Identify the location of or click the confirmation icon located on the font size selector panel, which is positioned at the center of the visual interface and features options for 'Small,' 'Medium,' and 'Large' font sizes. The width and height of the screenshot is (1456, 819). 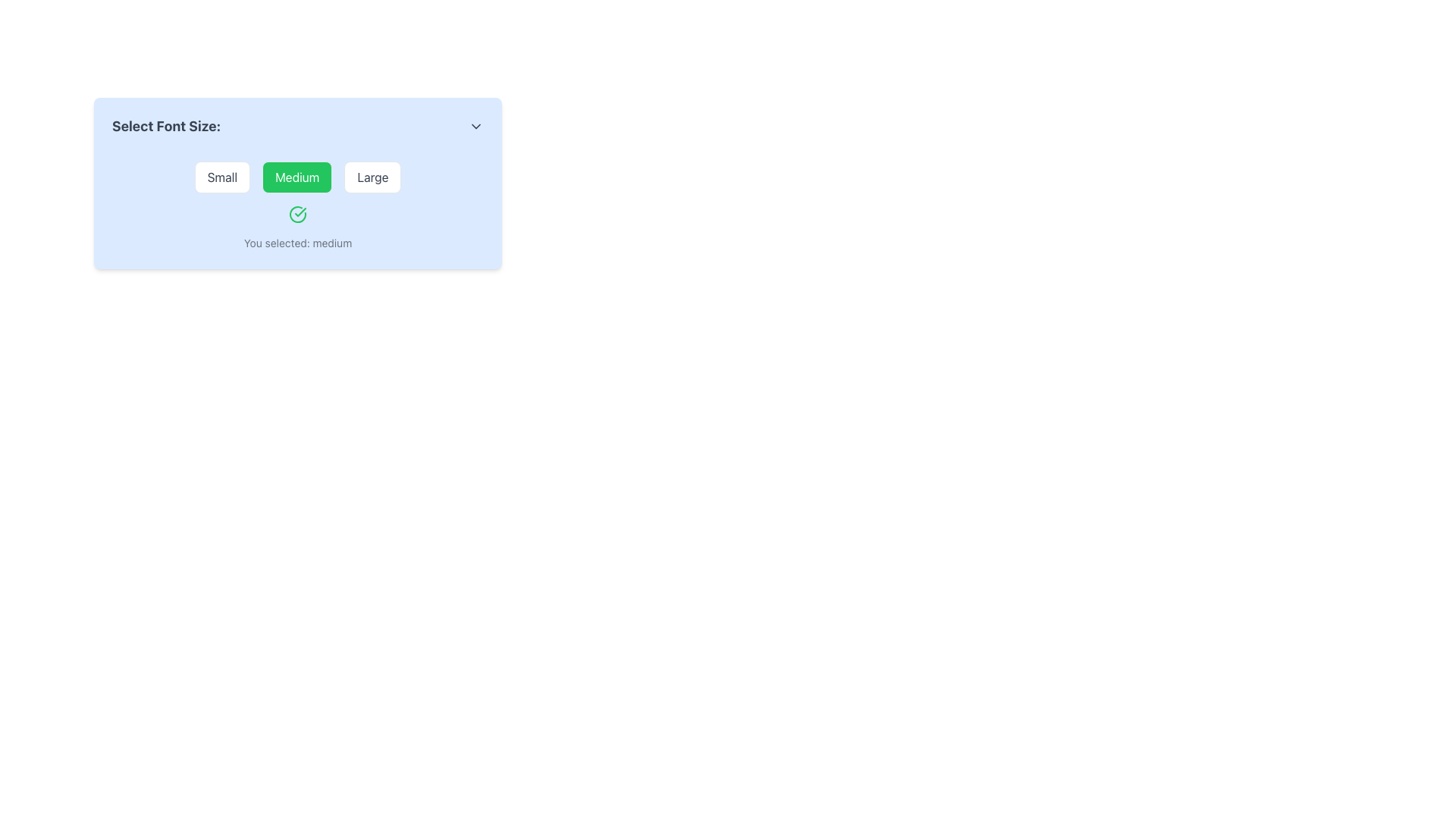
(298, 205).